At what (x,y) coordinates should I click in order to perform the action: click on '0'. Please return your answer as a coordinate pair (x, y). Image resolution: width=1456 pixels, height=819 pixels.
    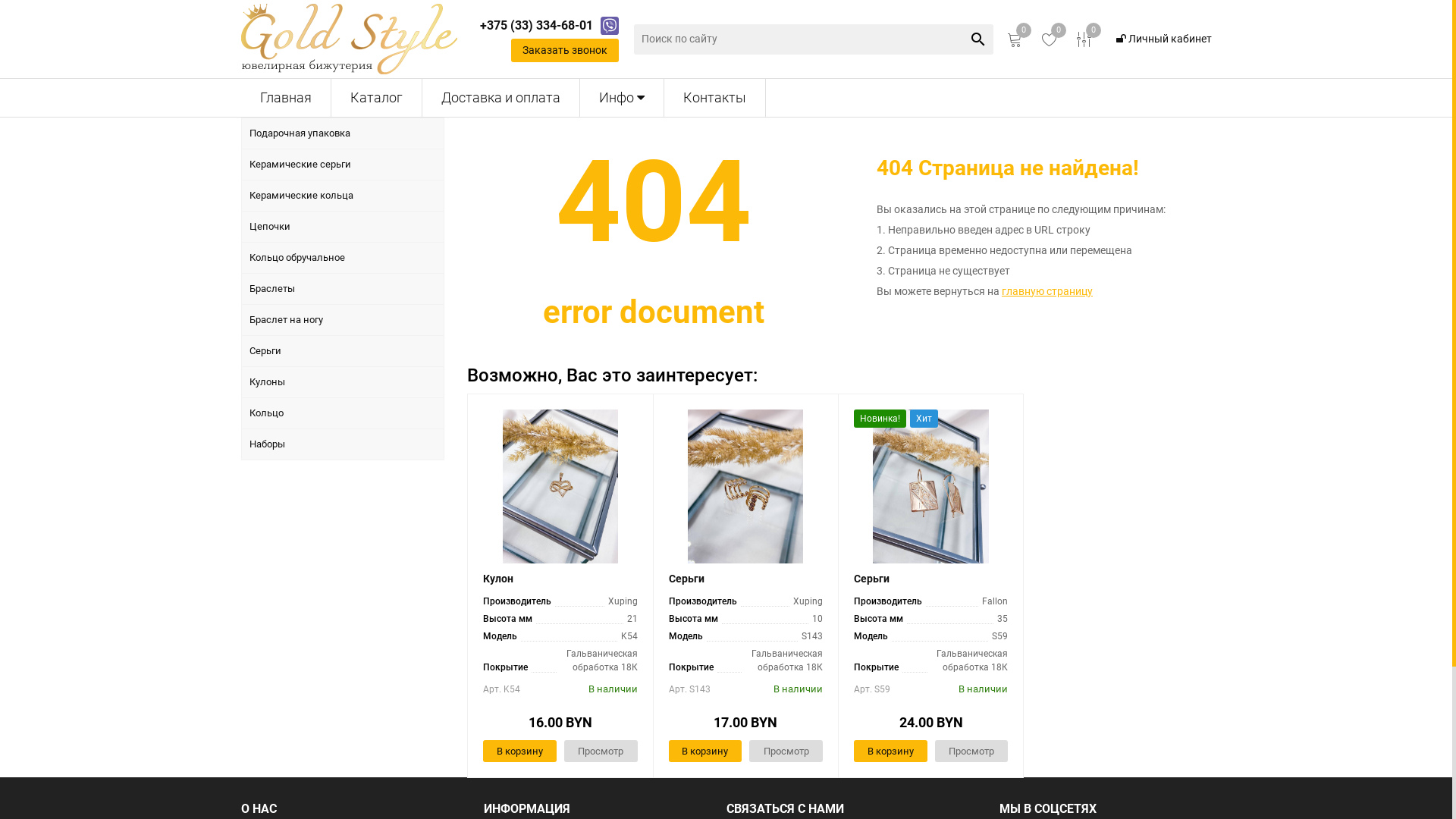
    Looking at the image, I should click on (1084, 38).